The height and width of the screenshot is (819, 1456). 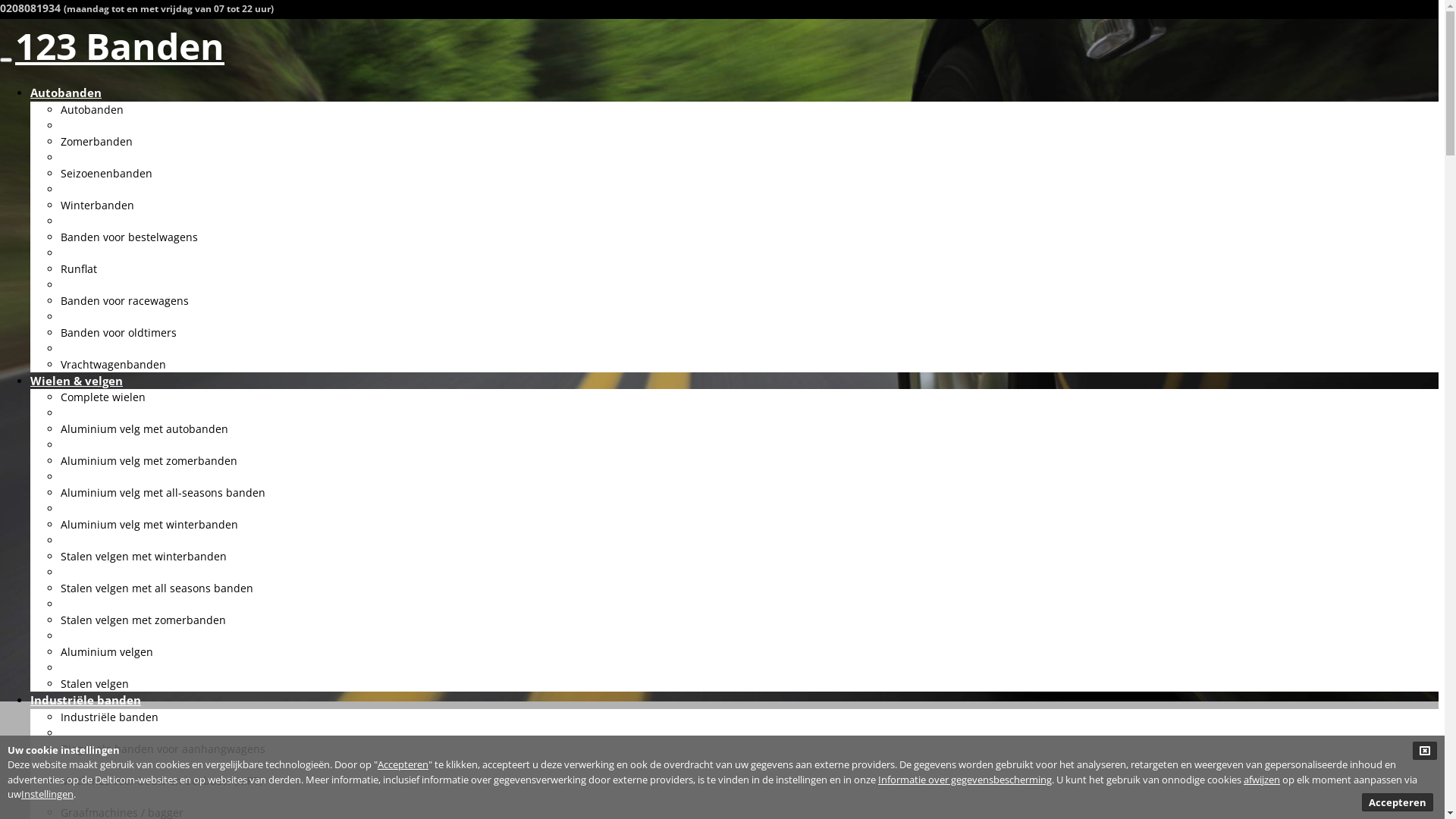 What do you see at coordinates (1262, 778) in the screenshot?
I see `'afwijzen'` at bounding box center [1262, 778].